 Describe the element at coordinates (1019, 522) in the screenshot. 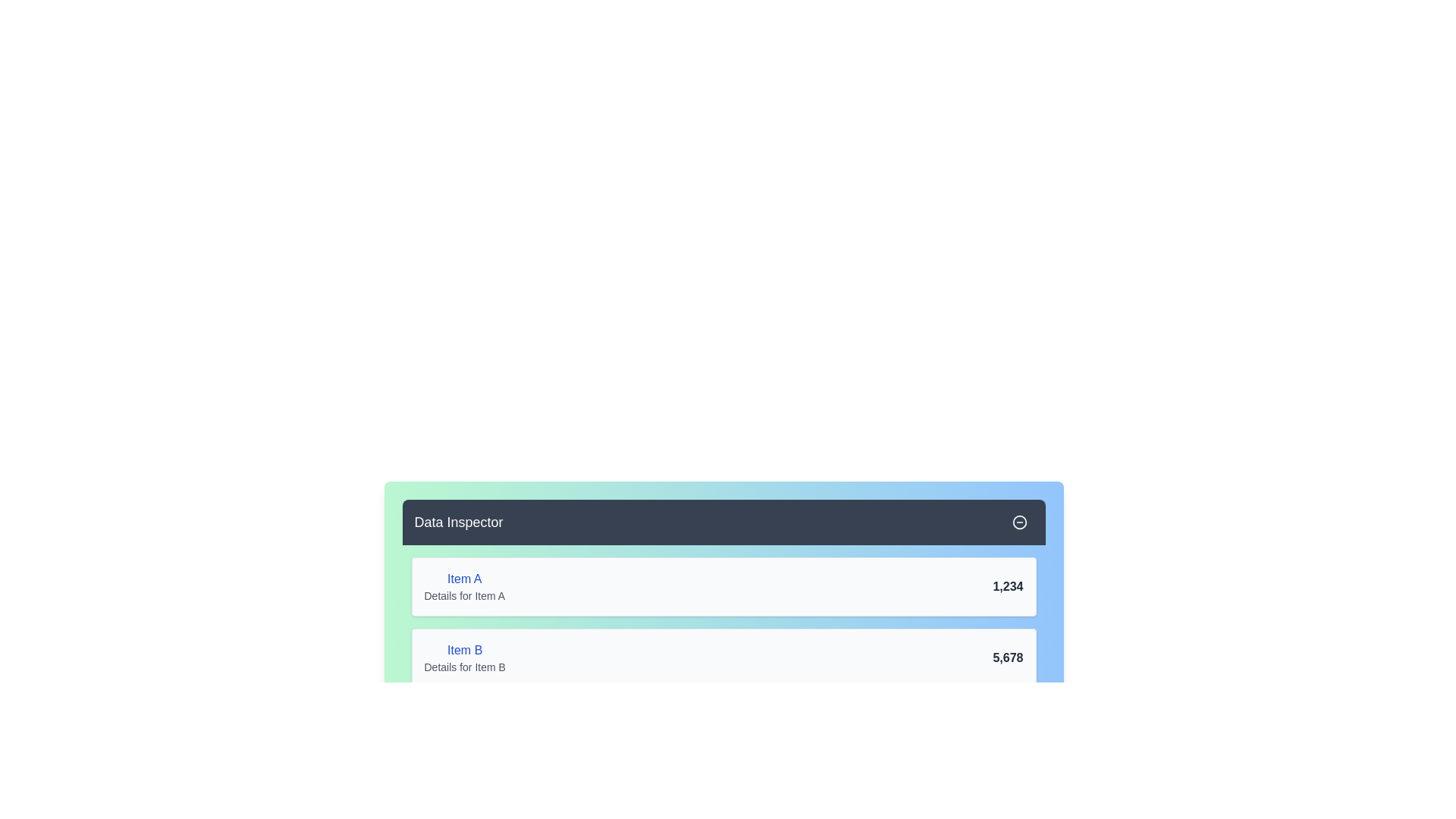

I see `the circular minus button located at the far right of the 'Data Inspector' header bar` at that location.